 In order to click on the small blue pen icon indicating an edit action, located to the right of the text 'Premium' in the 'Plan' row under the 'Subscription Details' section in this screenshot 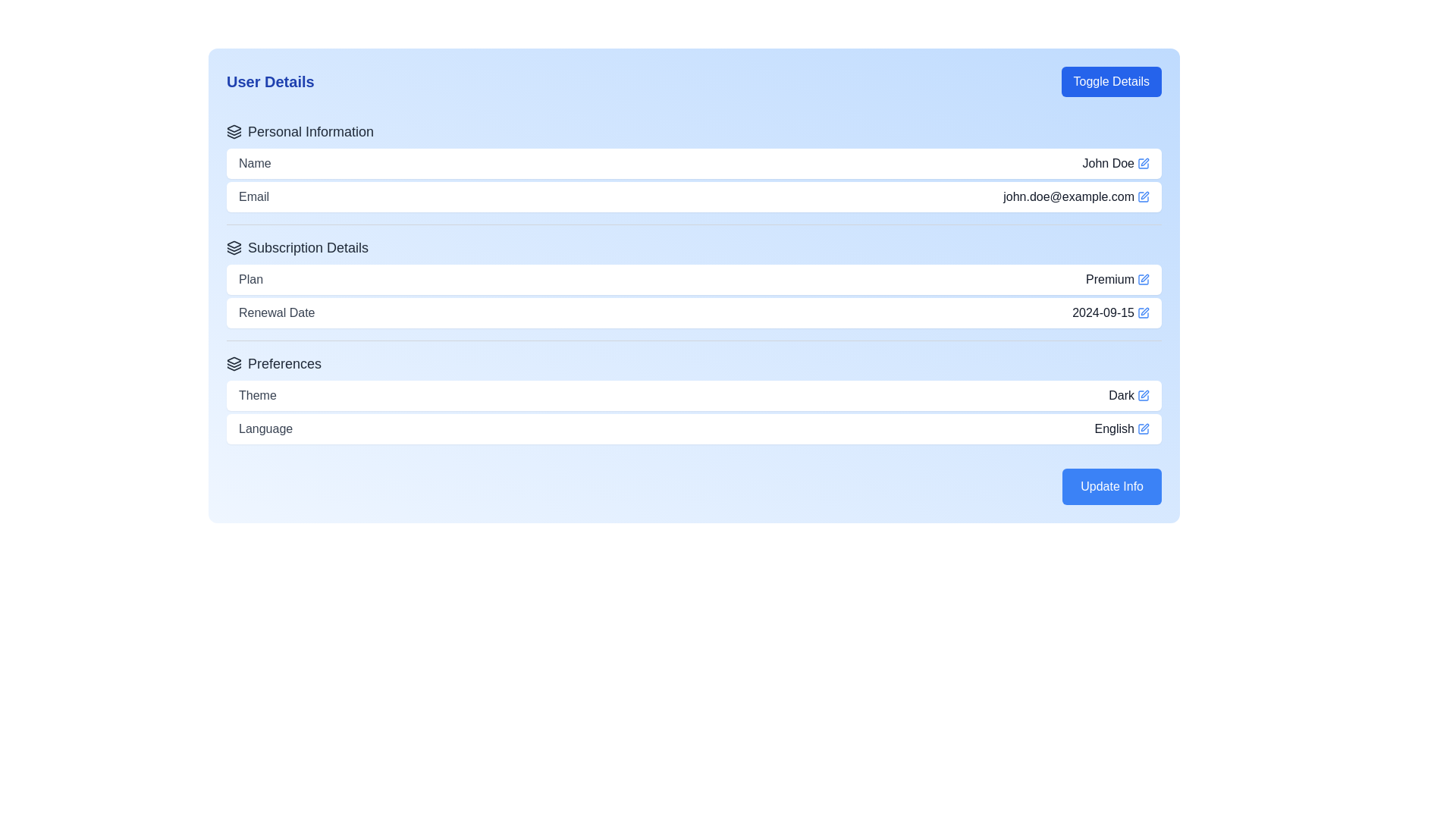, I will do `click(1143, 280)`.